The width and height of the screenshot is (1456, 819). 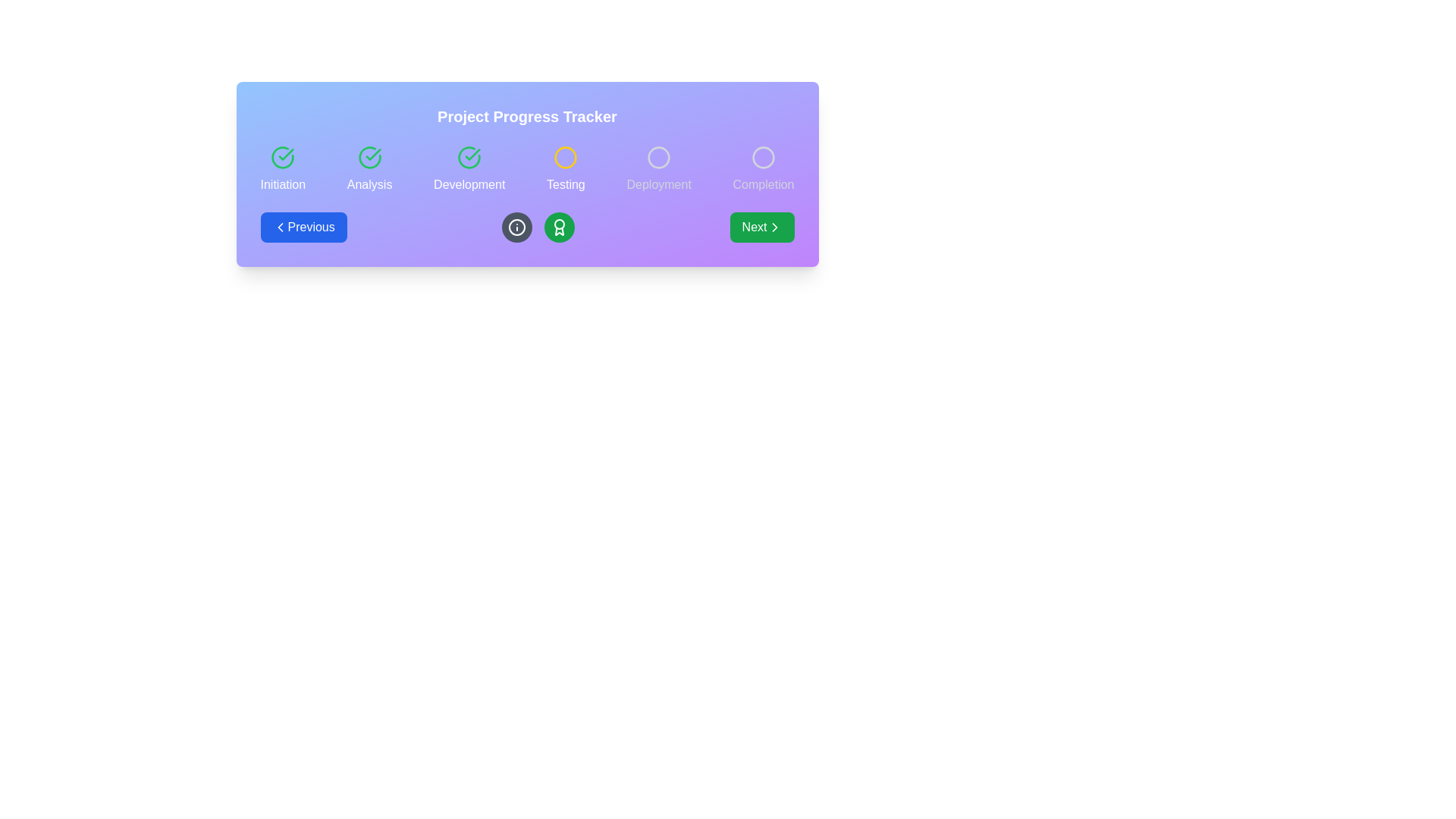 I want to click on the visual state of the 'Analysis' step in the project management progress tracker, which is indicated by a green check mark and is positioned between the 'Initiation' and 'Development' steps, so click(x=369, y=169).